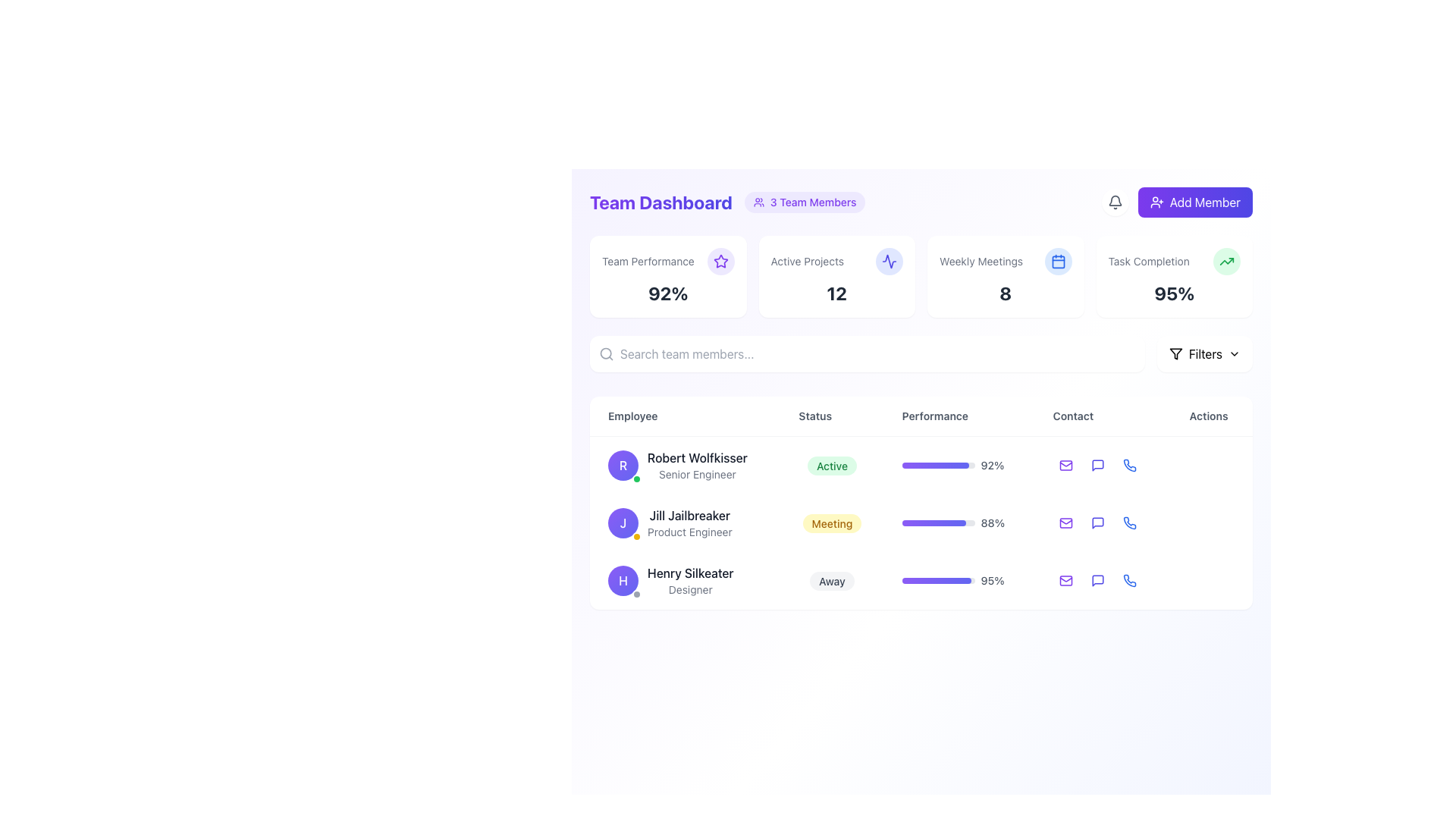  What do you see at coordinates (1175, 353) in the screenshot?
I see `the filter icon located within the 'Filters' button at the top-right corner of the interface` at bounding box center [1175, 353].